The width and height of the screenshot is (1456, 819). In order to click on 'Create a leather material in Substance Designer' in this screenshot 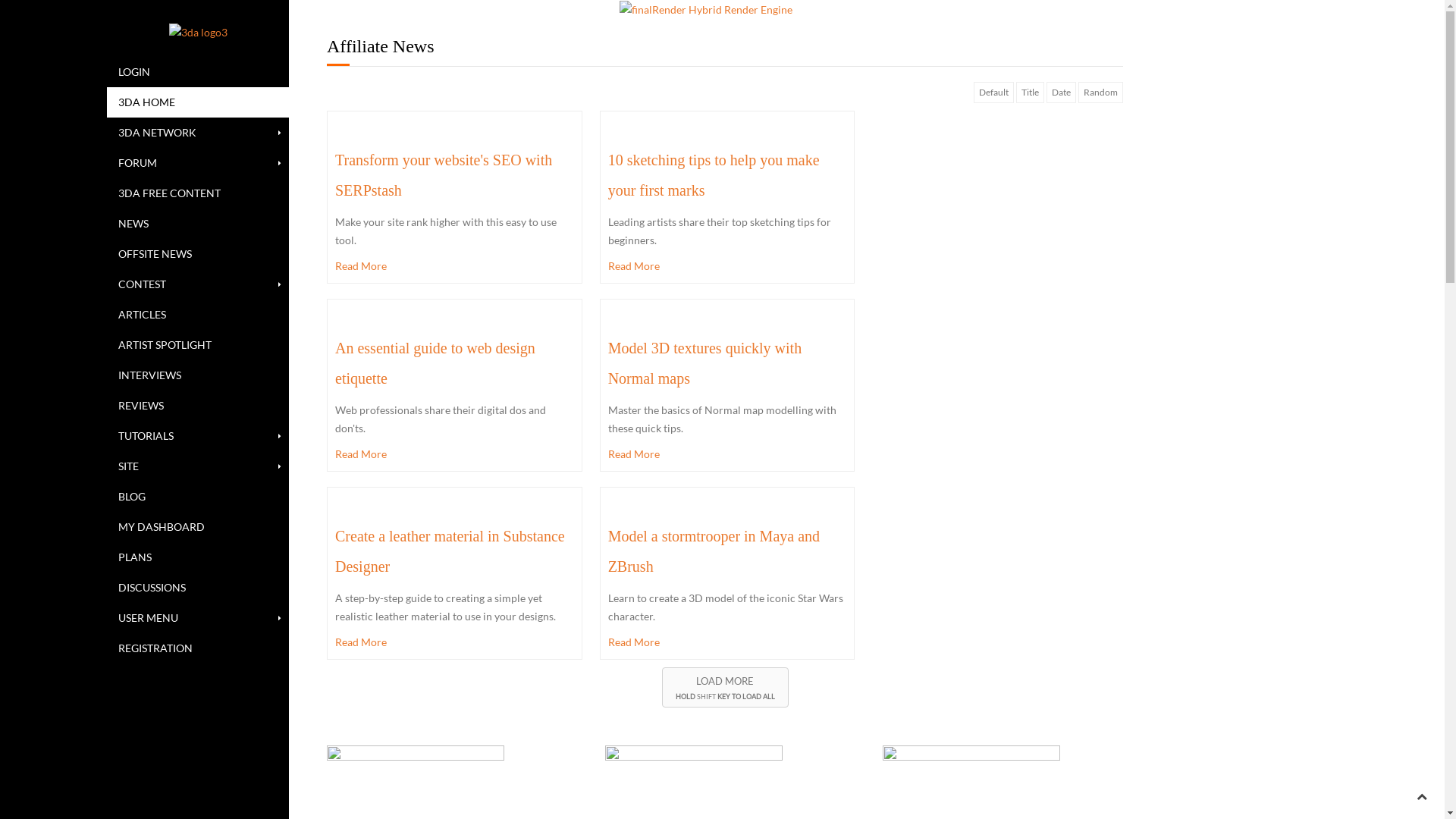, I will do `click(449, 551)`.